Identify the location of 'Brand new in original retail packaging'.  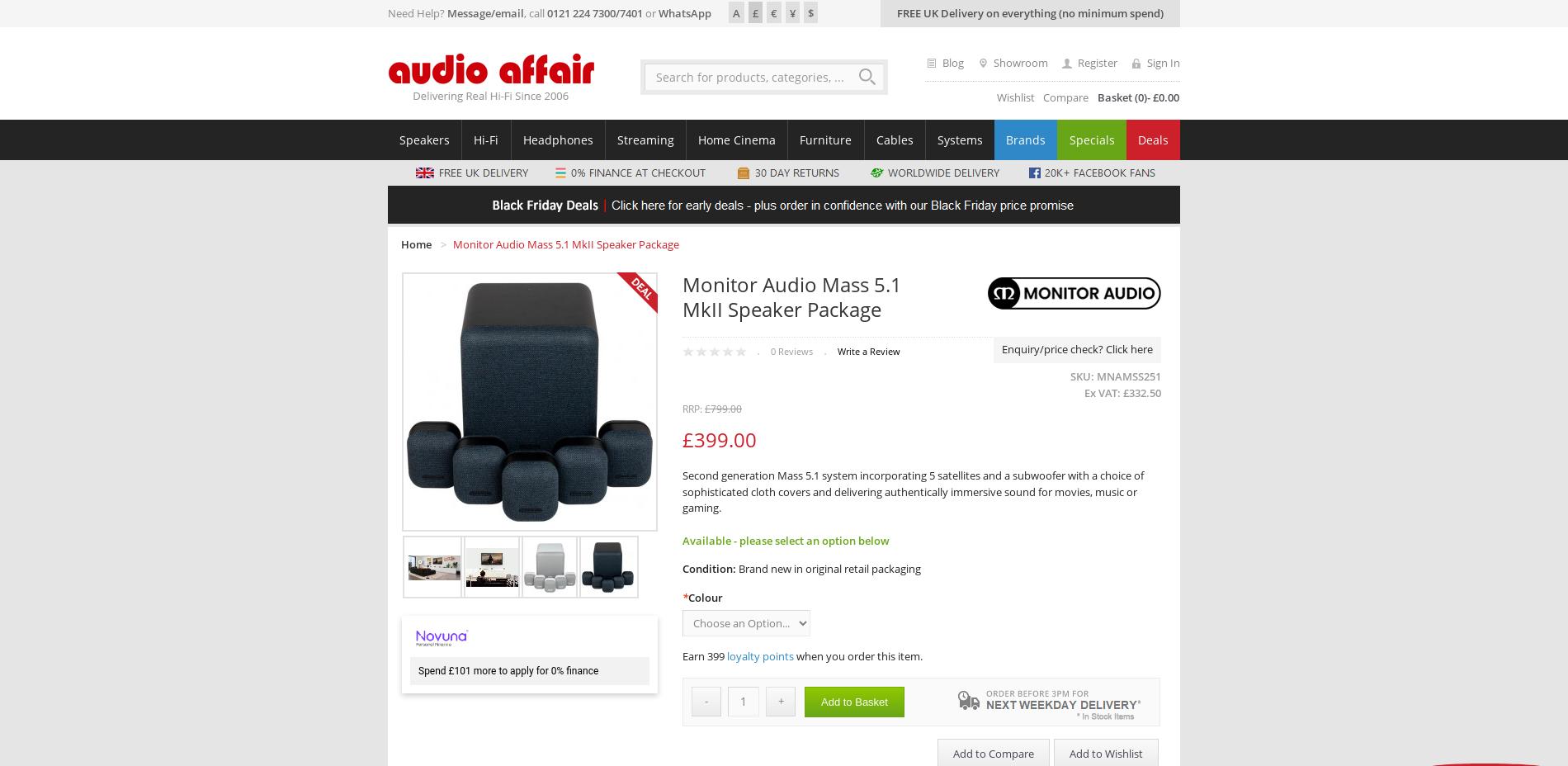
(829, 569).